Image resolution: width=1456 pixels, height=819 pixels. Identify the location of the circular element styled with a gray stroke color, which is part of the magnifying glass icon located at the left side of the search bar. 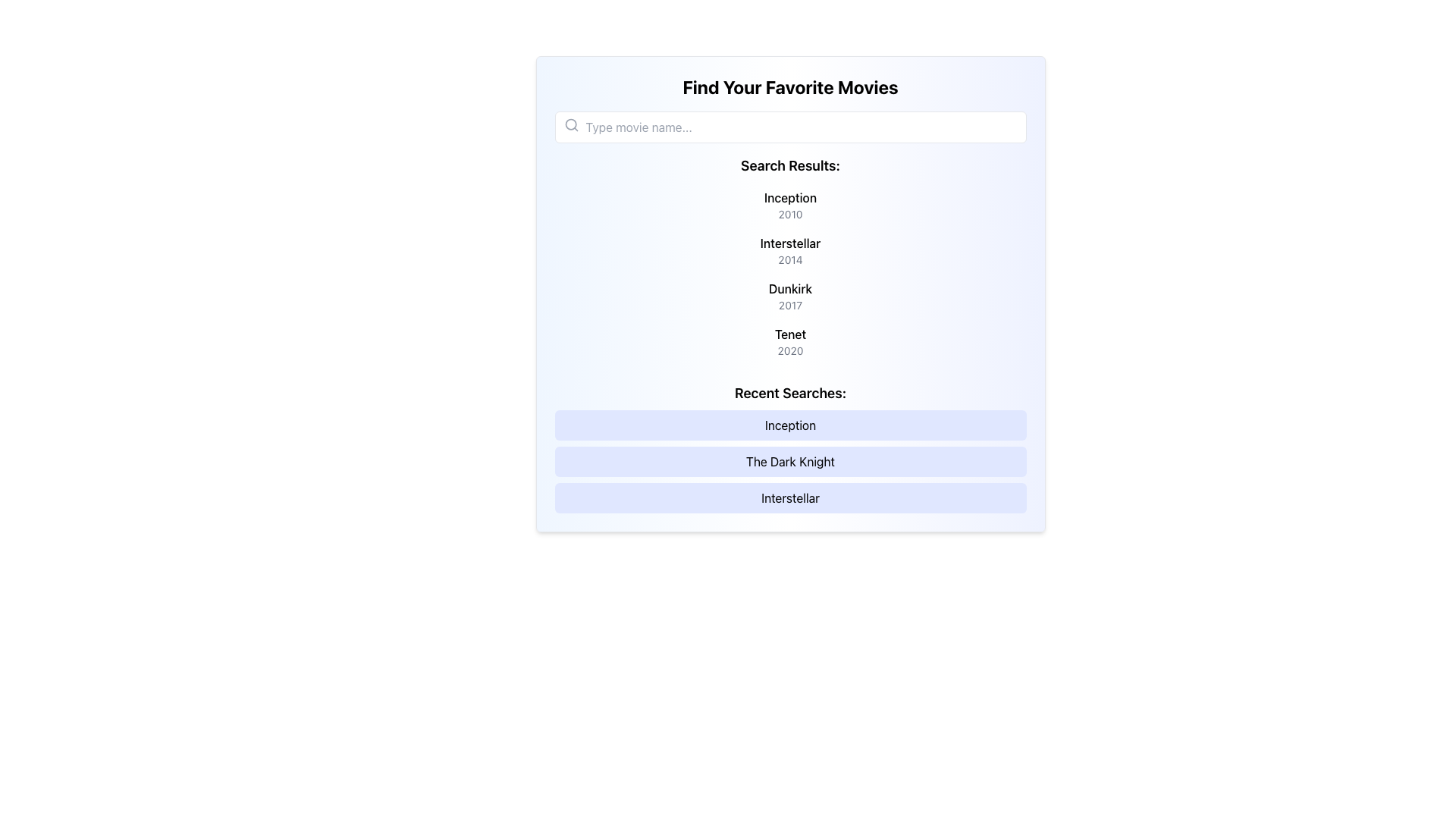
(570, 124).